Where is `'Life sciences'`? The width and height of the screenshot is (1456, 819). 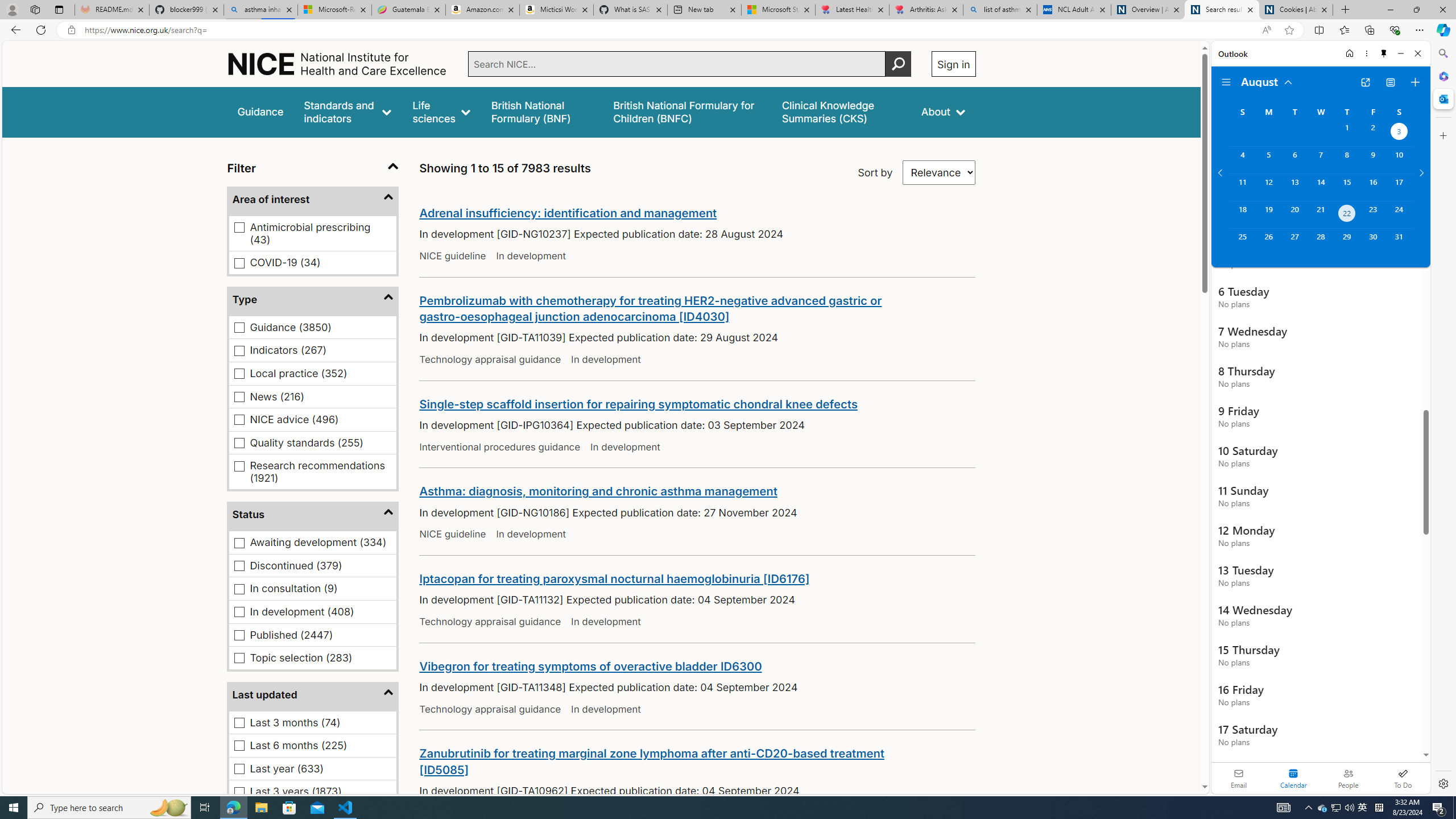 'Life sciences' is located at coordinates (440, 111).